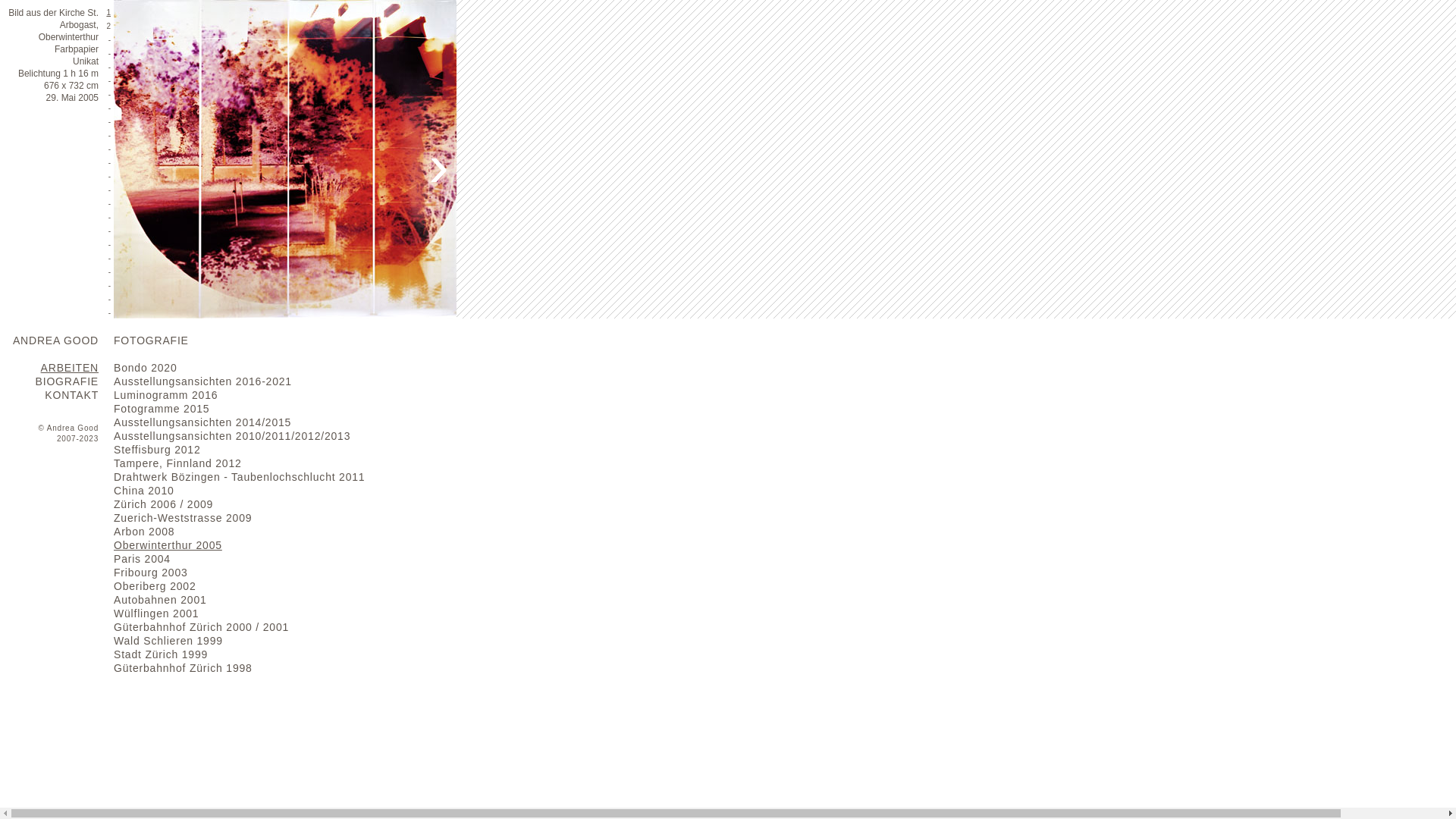 The image size is (1456, 819). Describe the element at coordinates (55, 339) in the screenshot. I see `'ANDREA GOOD'` at that location.